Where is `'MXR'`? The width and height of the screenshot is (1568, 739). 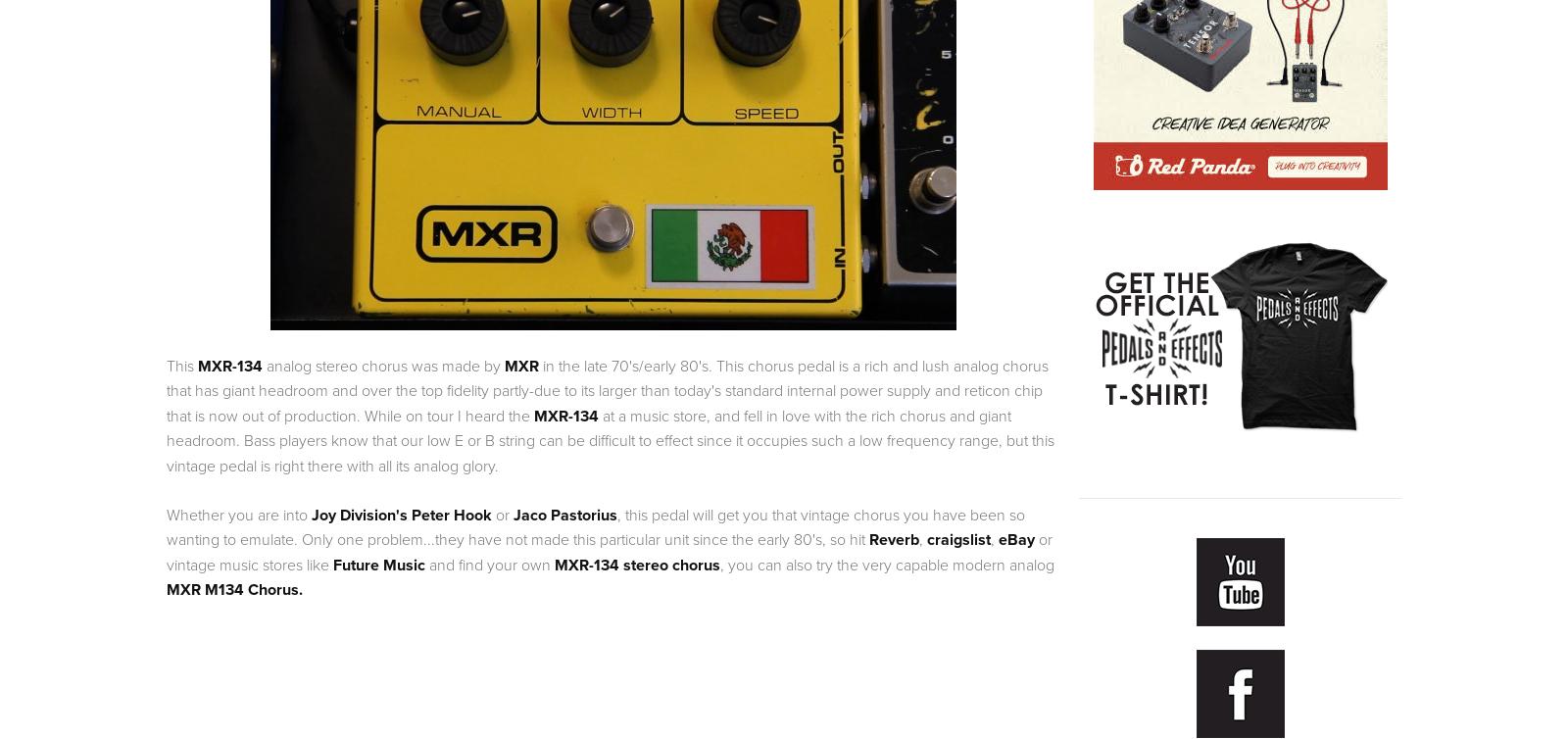 'MXR' is located at coordinates (520, 364).